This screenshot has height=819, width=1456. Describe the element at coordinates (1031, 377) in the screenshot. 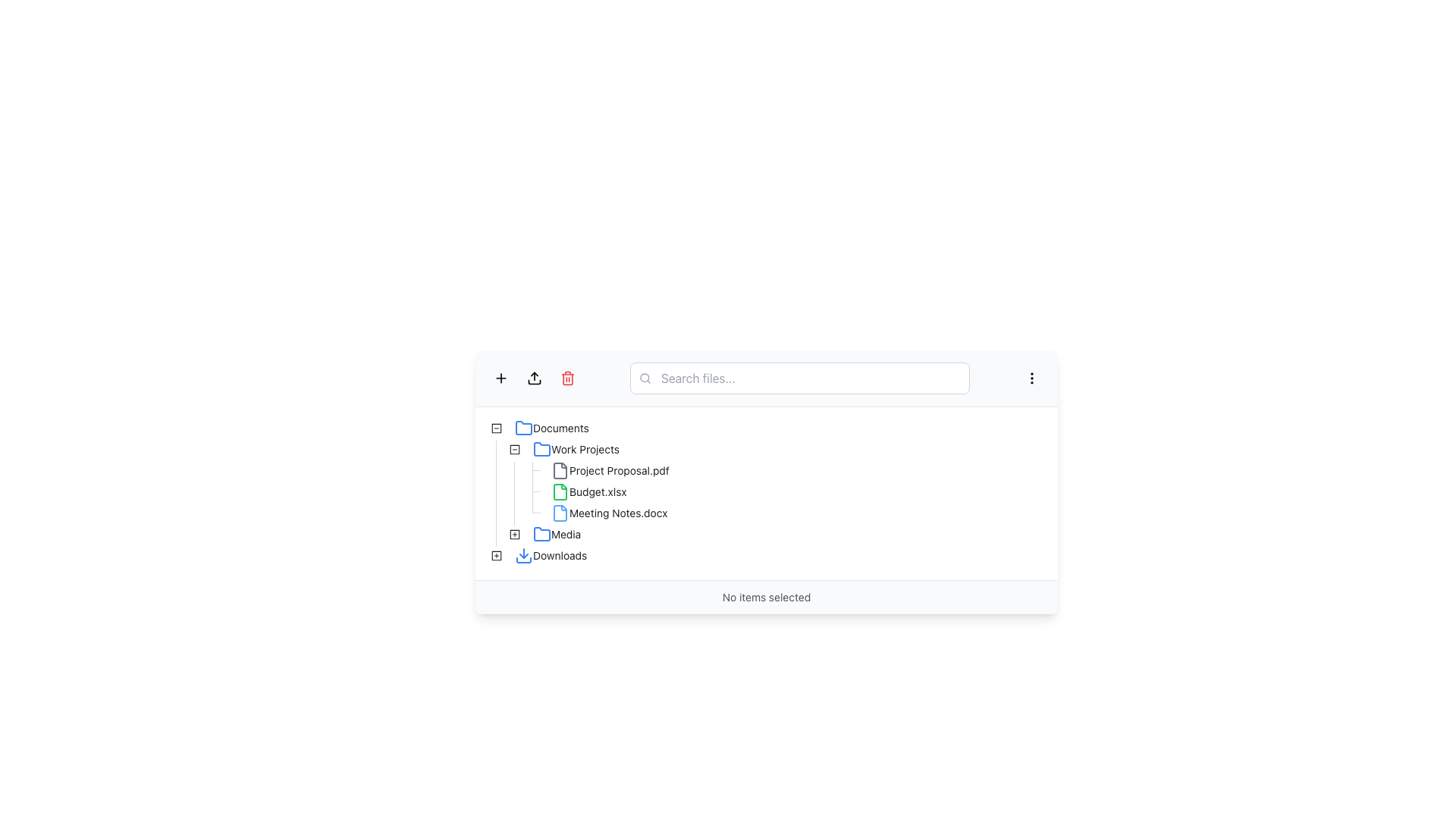

I see `the vertical ellipsis icon located in the top-right portion of the user interface` at that location.